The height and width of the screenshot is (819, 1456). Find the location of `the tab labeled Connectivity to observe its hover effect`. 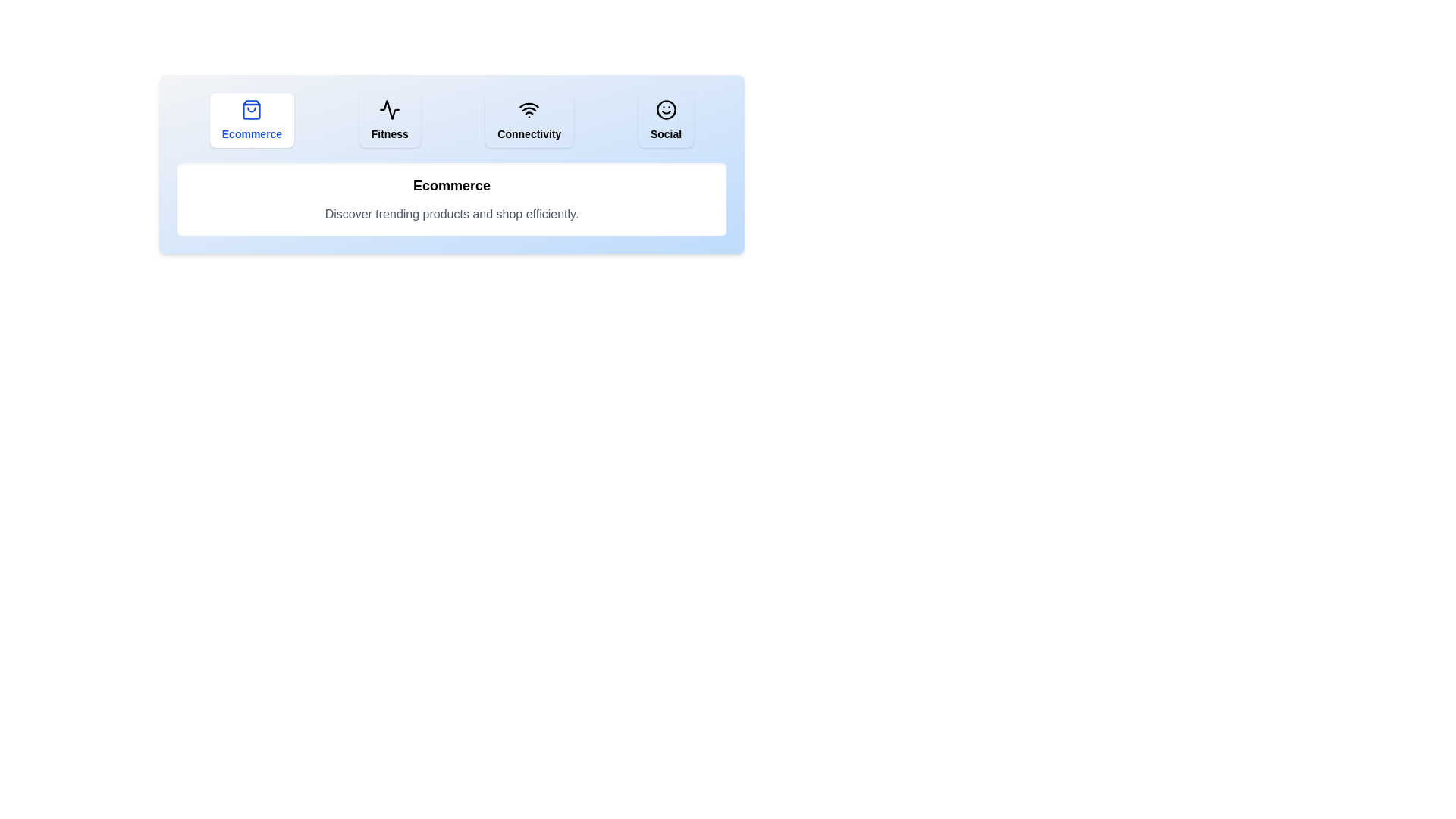

the tab labeled Connectivity to observe its hover effect is located at coordinates (529, 119).